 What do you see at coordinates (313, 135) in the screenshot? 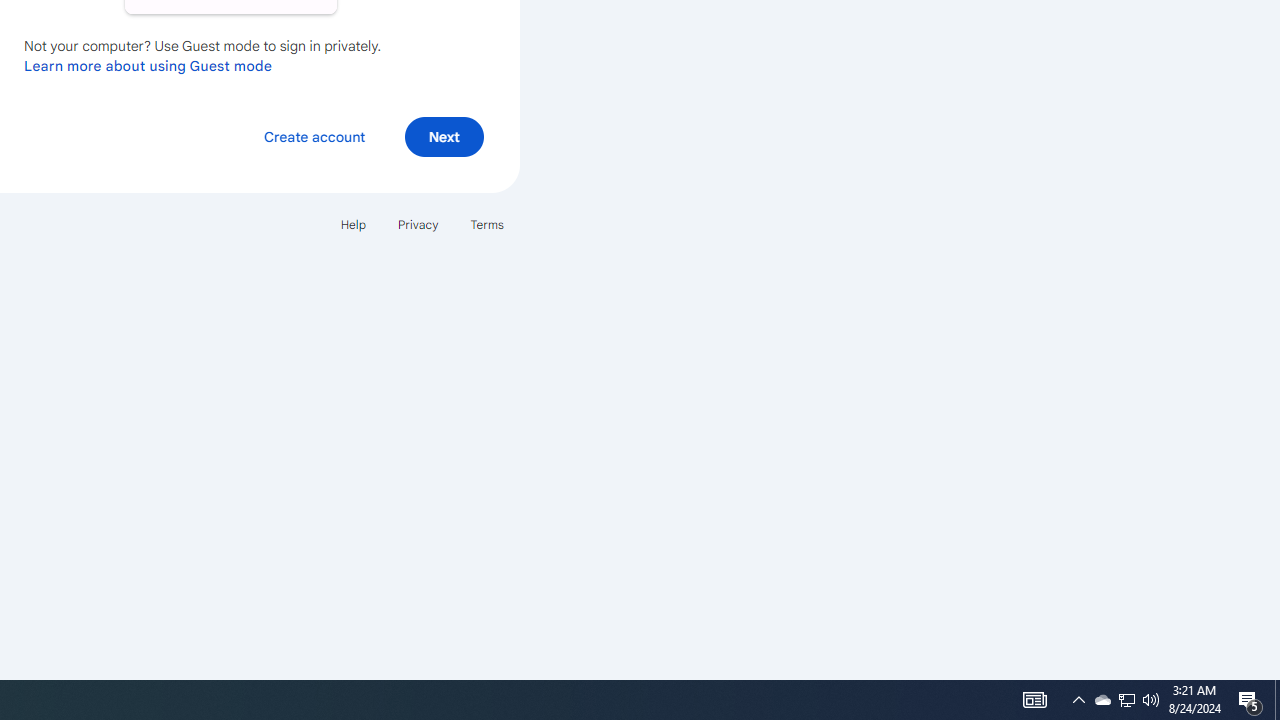
I see `'Create account'` at bounding box center [313, 135].